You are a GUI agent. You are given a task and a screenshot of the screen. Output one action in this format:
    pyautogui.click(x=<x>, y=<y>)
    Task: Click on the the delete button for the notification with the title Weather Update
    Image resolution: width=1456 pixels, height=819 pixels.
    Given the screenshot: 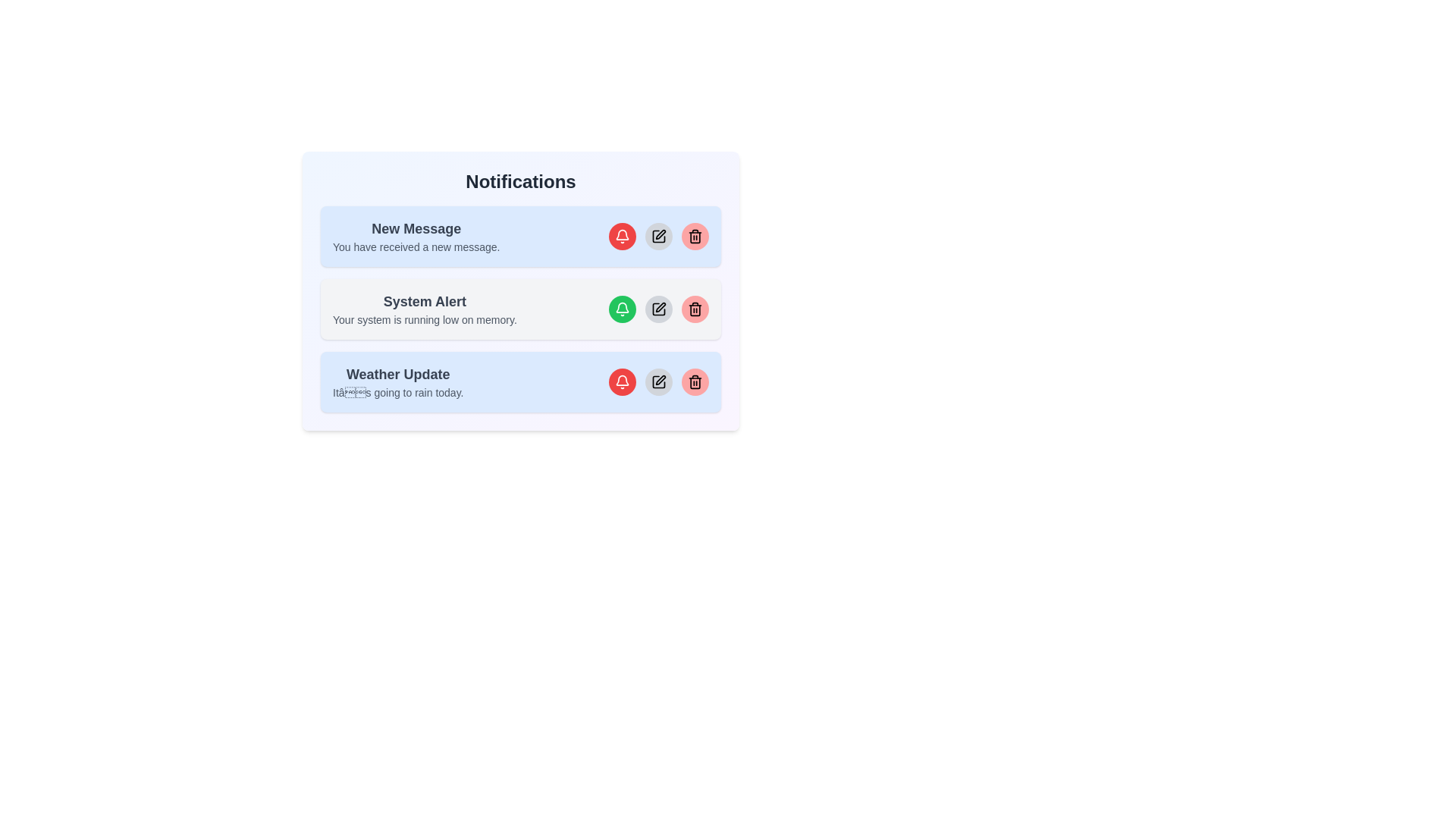 What is the action you would take?
    pyautogui.click(x=694, y=381)
    